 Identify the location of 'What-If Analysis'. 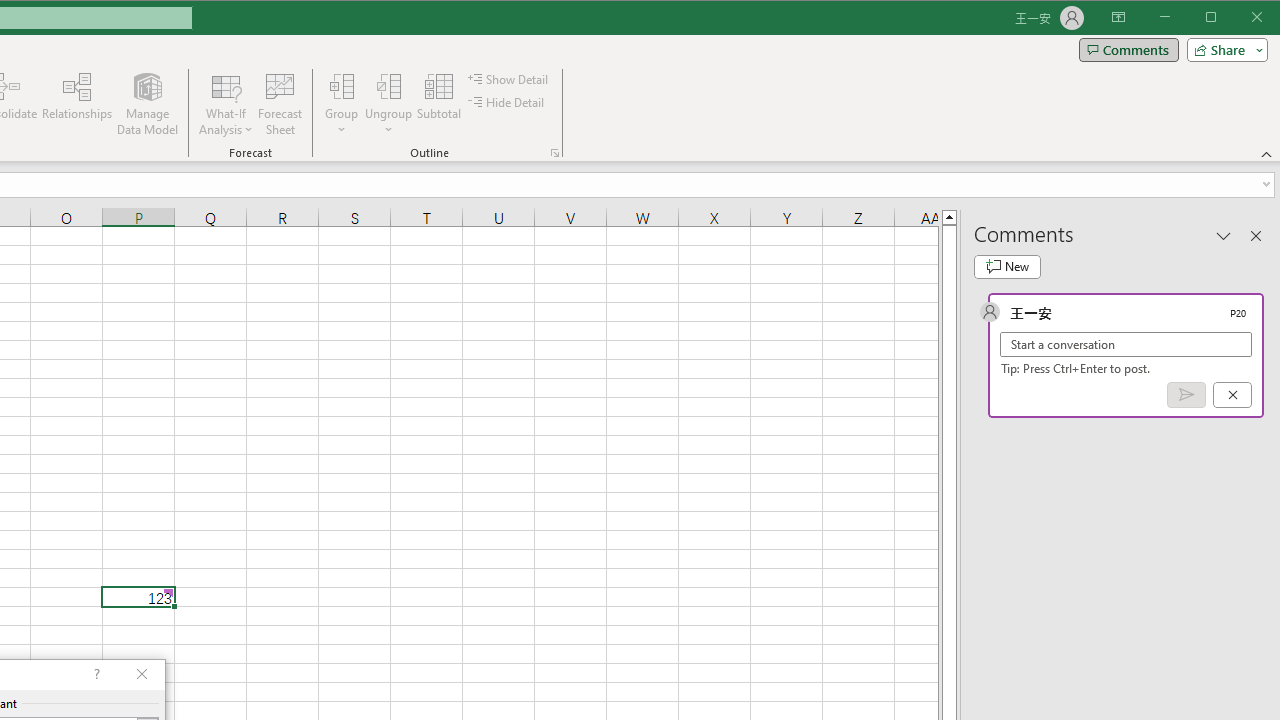
(226, 104).